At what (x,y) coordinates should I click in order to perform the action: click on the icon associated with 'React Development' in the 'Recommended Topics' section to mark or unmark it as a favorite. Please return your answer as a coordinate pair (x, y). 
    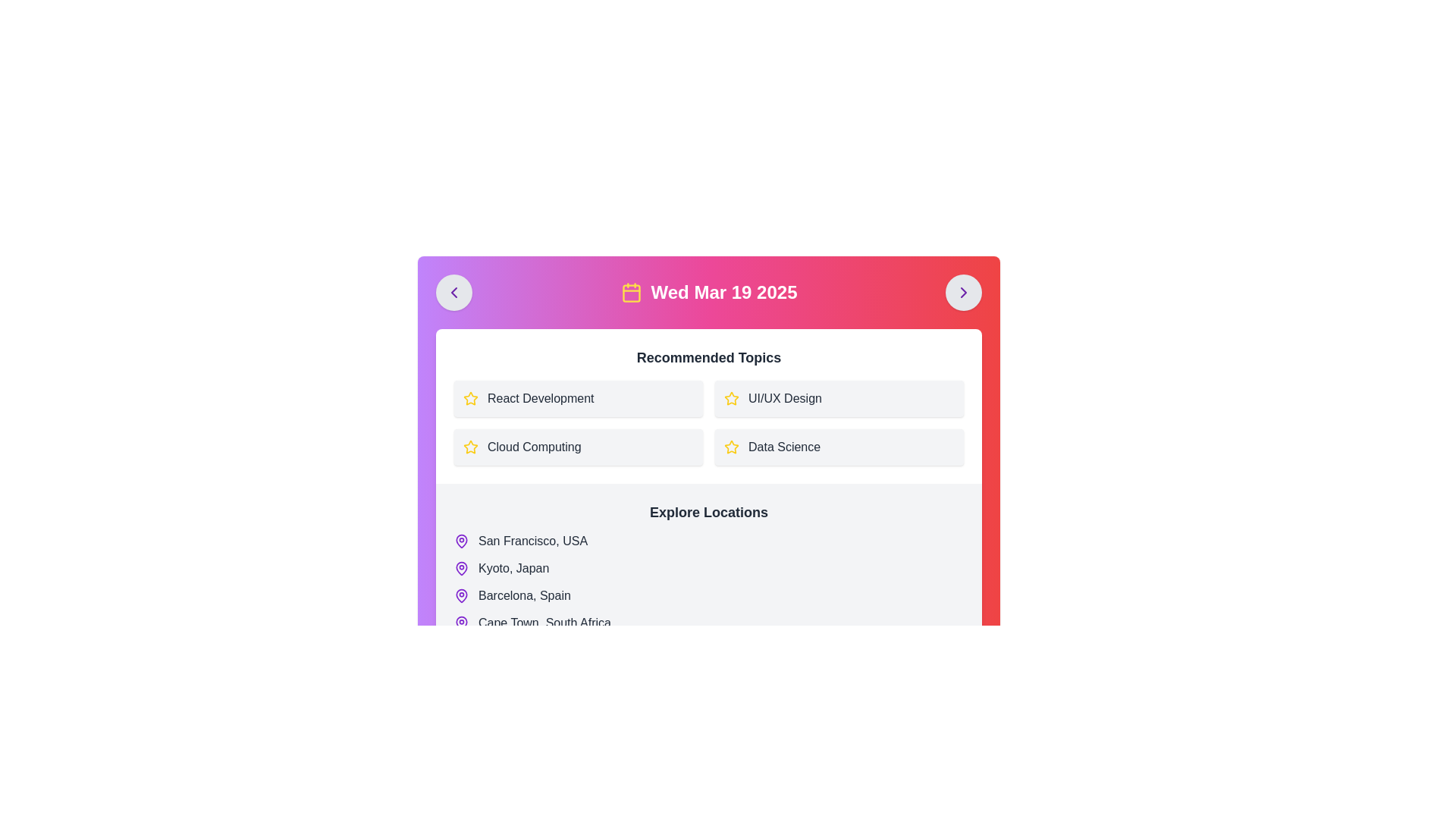
    Looking at the image, I should click on (731, 446).